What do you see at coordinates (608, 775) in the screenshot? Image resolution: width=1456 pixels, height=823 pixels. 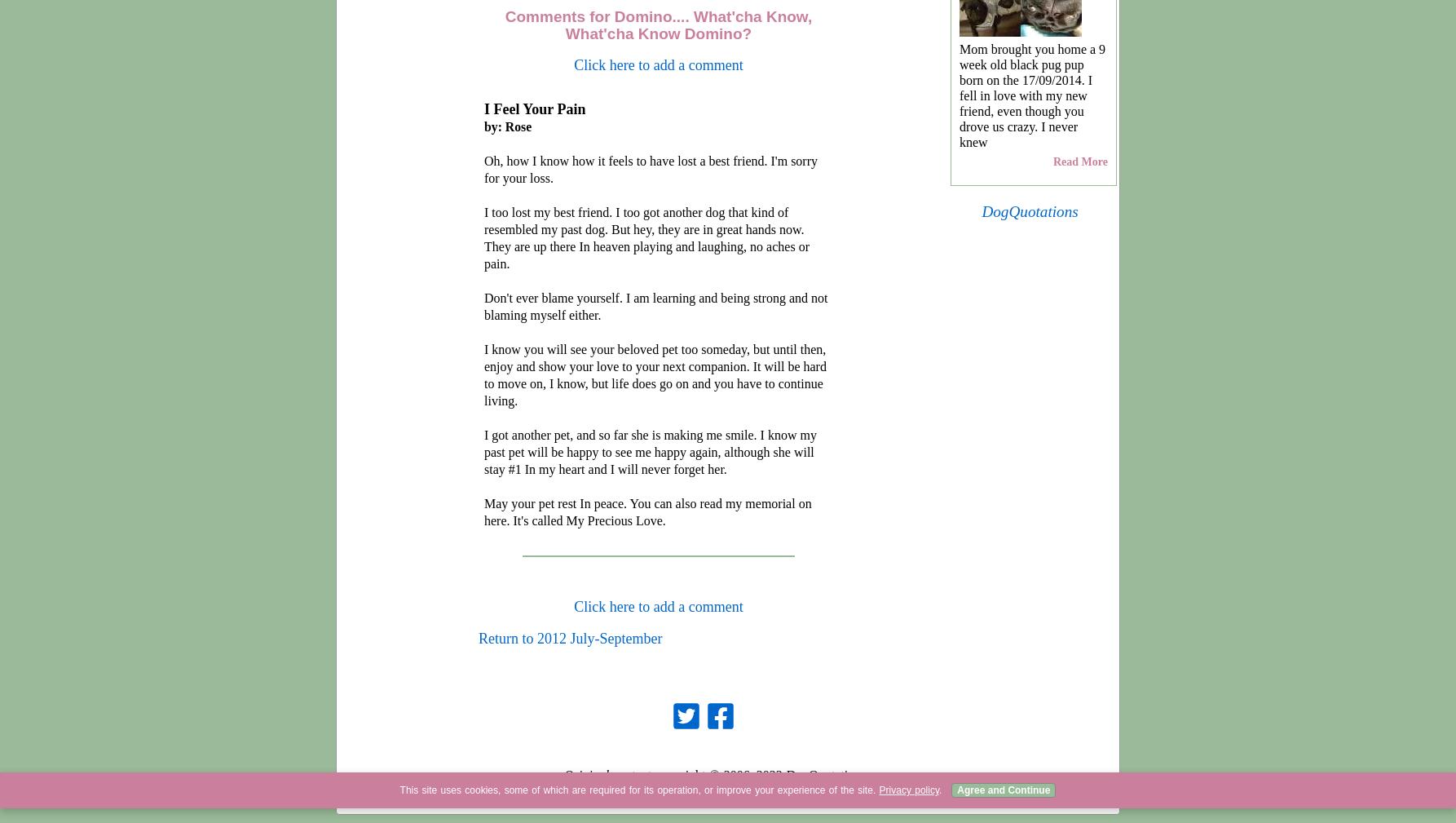 I see `'content copyright © 2006–'` at bounding box center [608, 775].